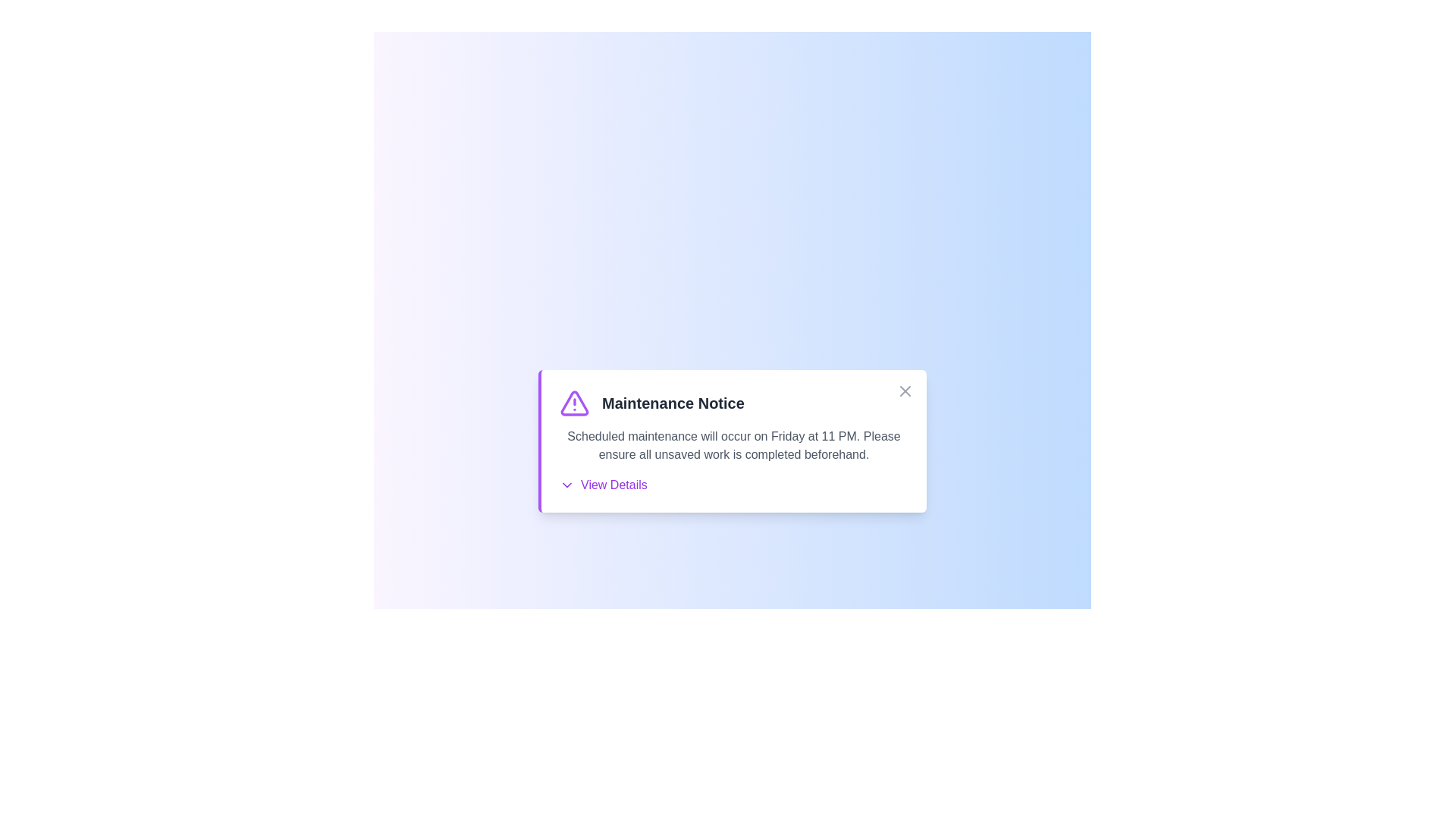  Describe the element at coordinates (602, 485) in the screenshot. I see `the 'View Details' button to toggle the details section` at that location.